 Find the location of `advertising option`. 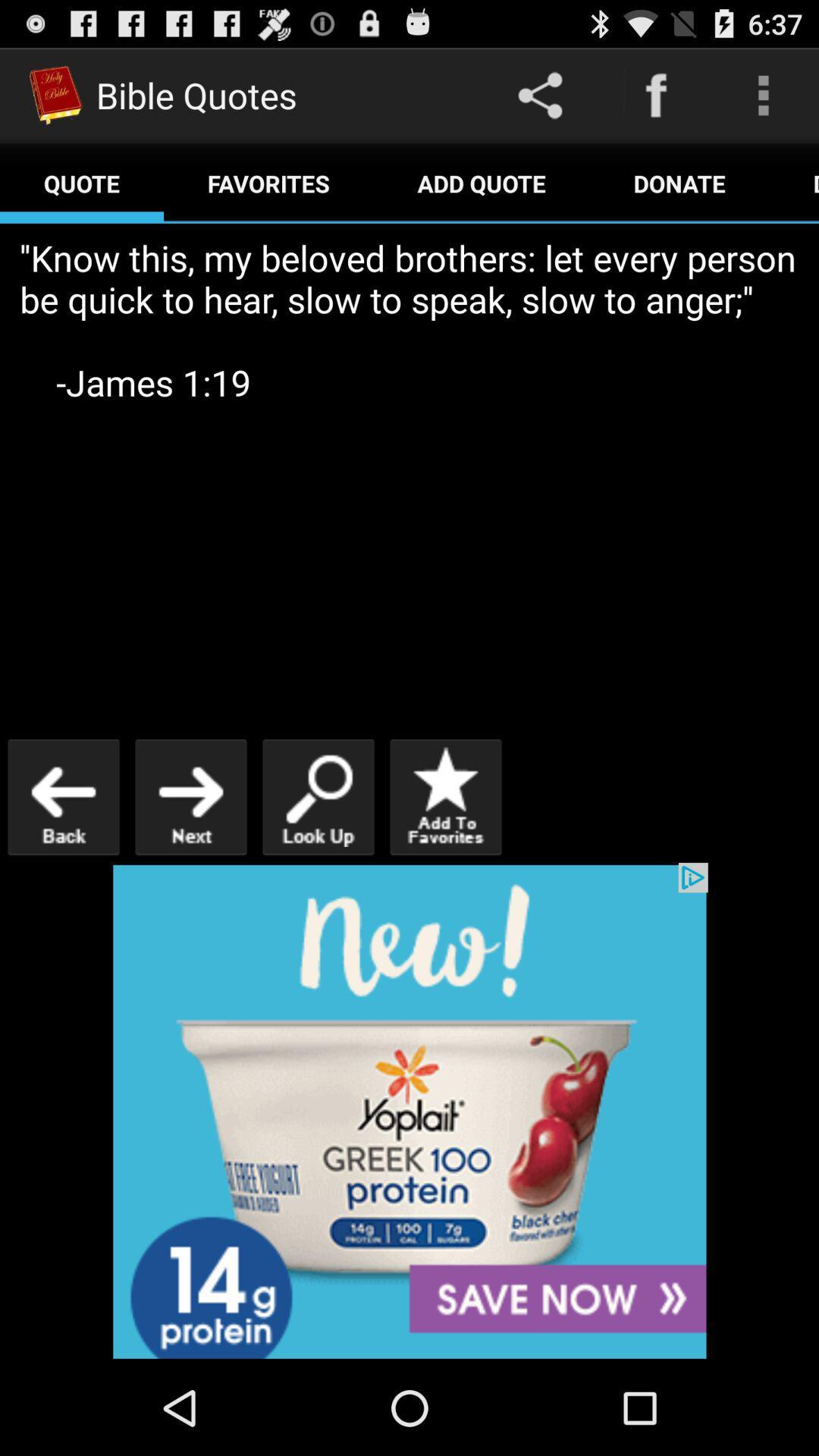

advertising option is located at coordinates (409, 1111).